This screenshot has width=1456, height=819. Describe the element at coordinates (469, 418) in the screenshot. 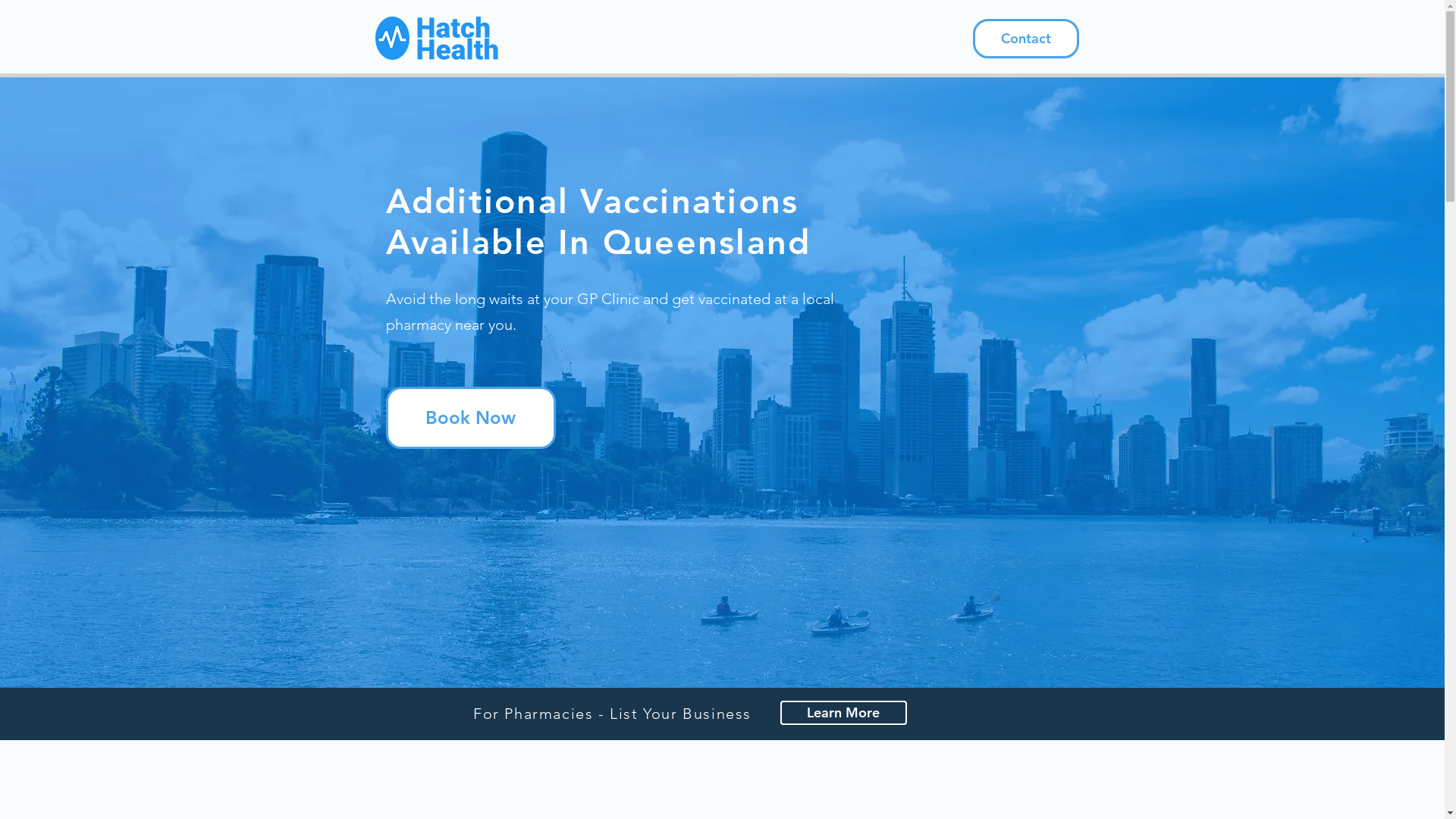

I see `'Book Now'` at that location.